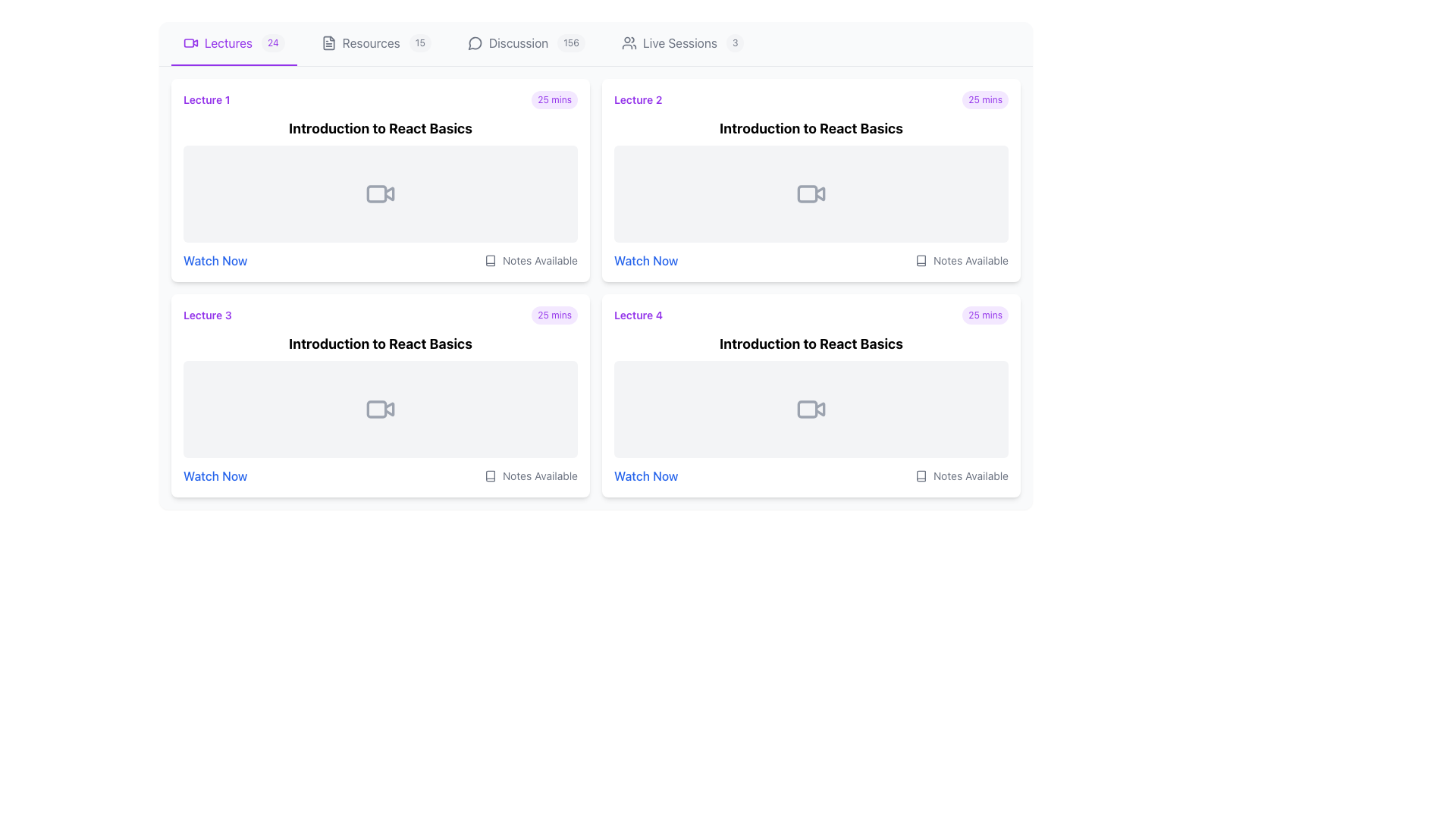  I want to click on the play button represented by a triangle pointing to the right, located in the bottom-left portion of the third lecture card labeled 'Lecture 3', so click(389, 409).